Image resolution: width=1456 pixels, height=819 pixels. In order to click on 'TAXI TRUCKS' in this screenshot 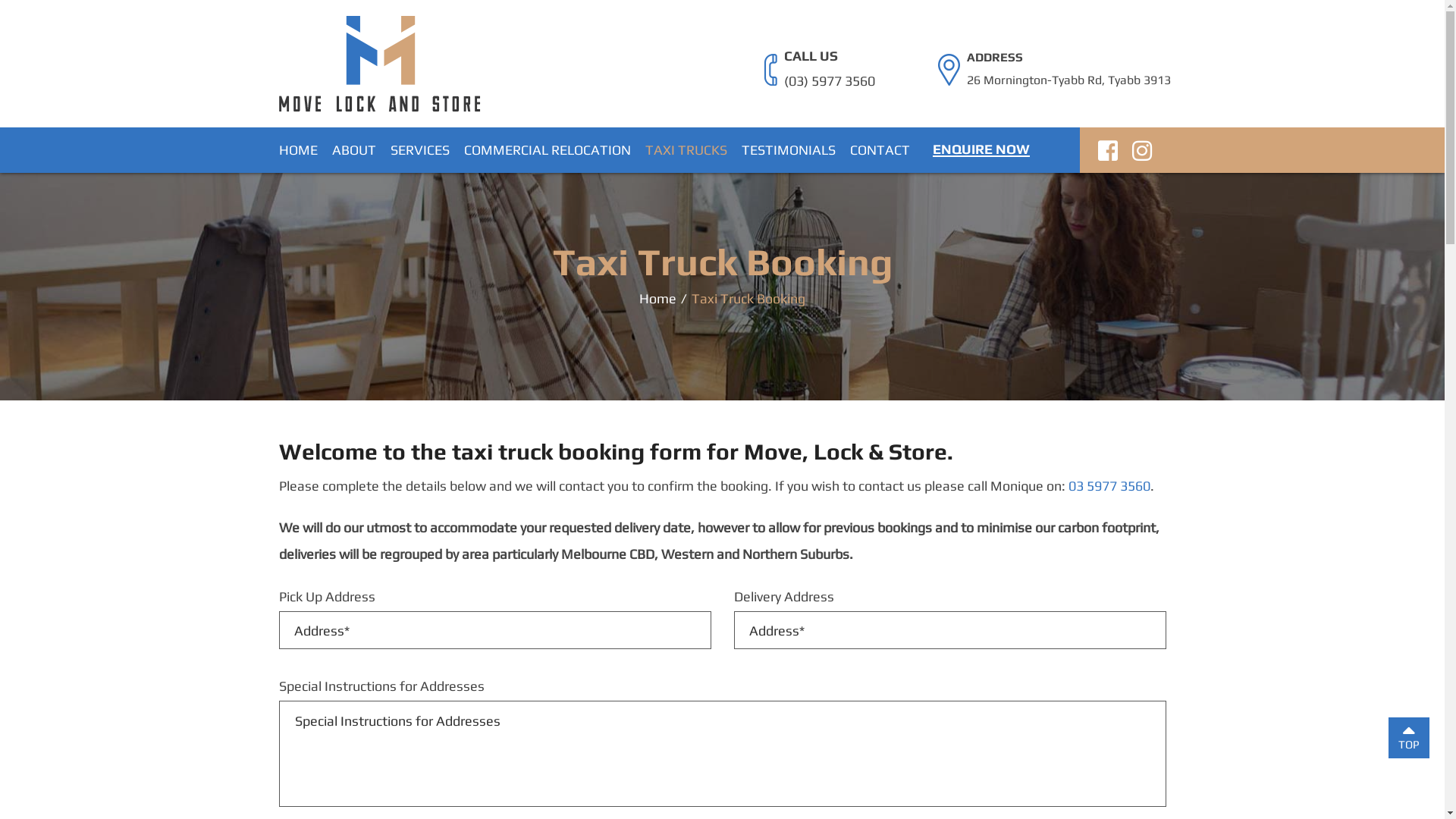, I will do `click(684, 149)`.